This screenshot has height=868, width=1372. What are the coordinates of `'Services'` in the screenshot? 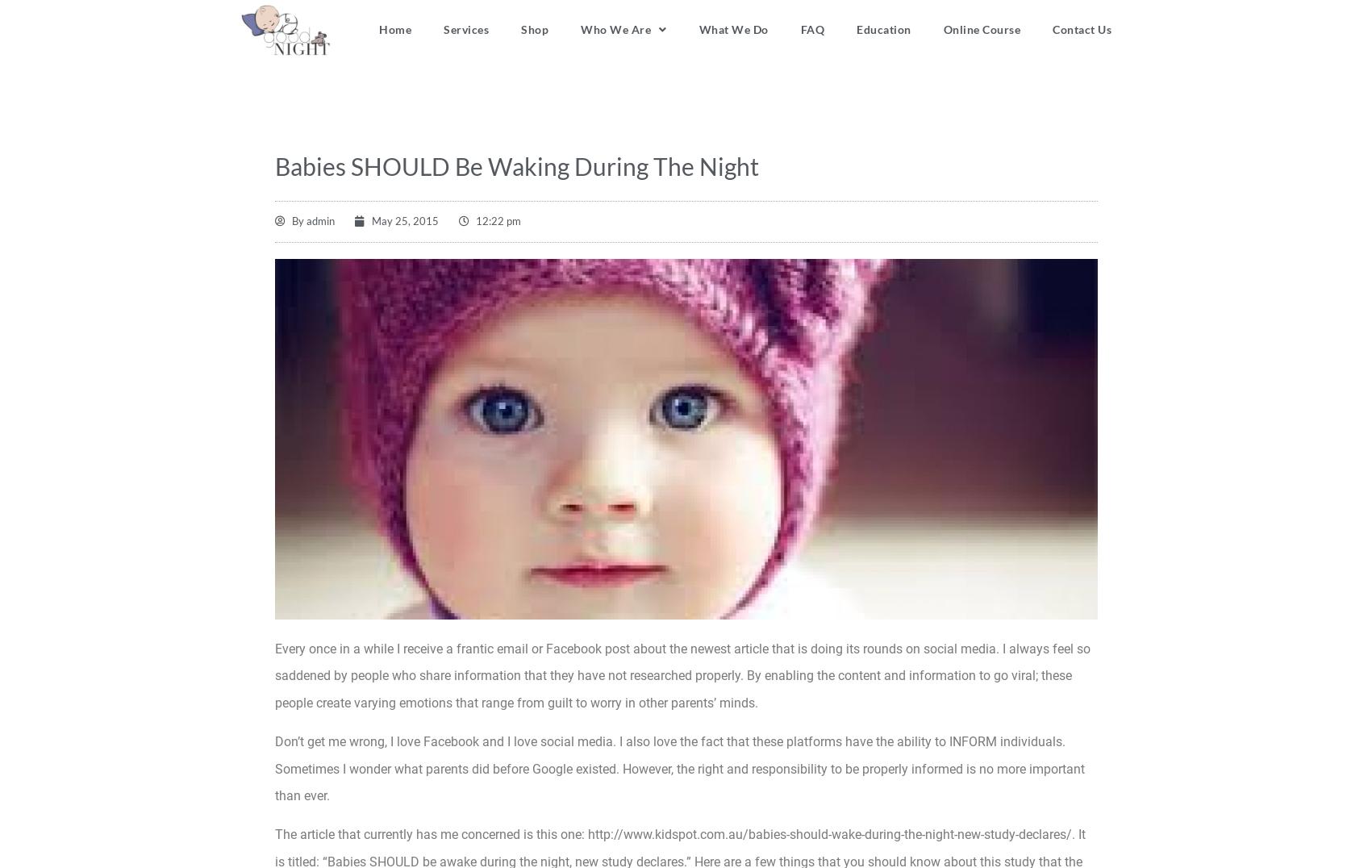 It's located at (465, 28).